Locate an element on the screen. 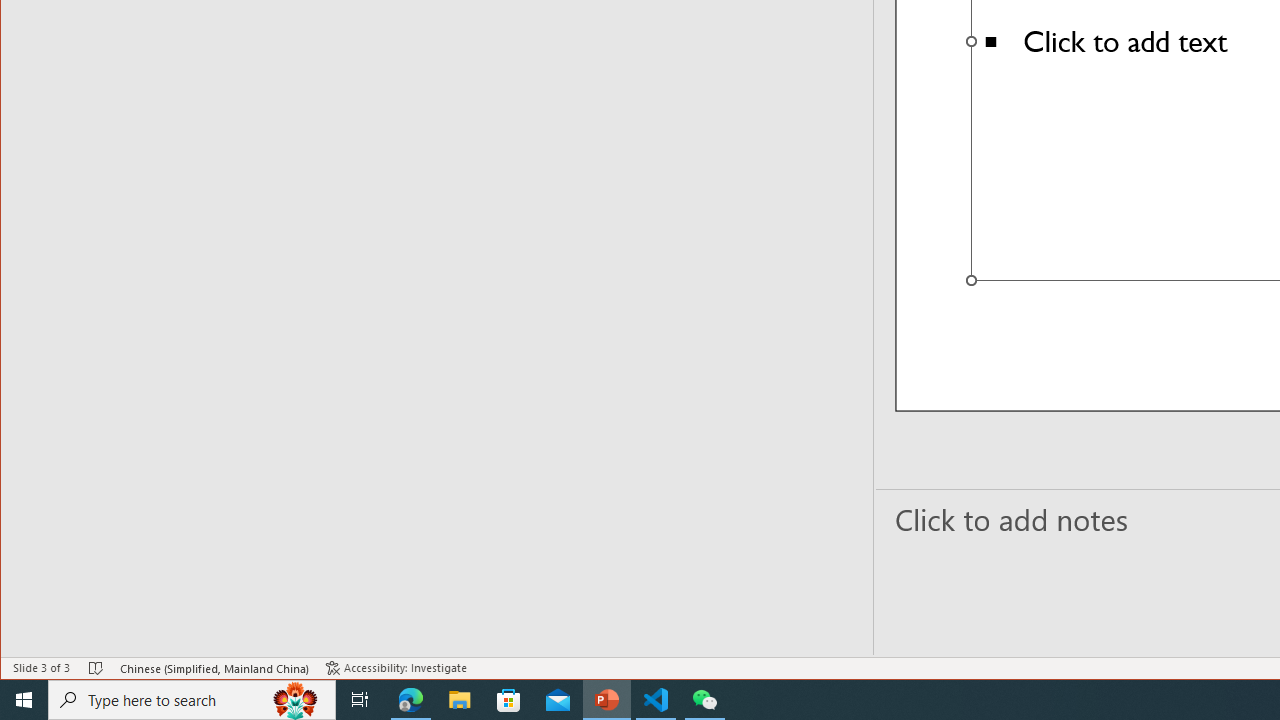 Image resolution: width=1280 pixels, height=720 pixels. 'Microsoft Store' is located at coordinates (509, 698).